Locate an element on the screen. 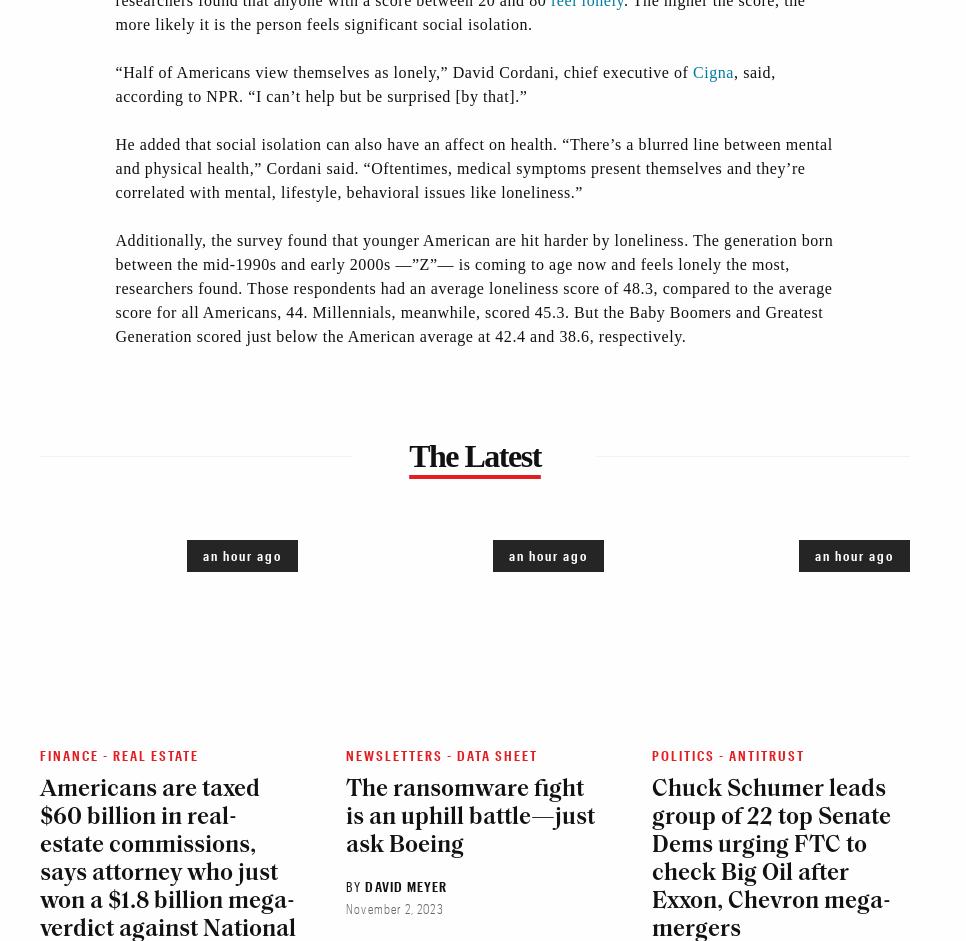 This screenshot has height=941, width=966. 'Business Development' is located at coordinates (266, 582).